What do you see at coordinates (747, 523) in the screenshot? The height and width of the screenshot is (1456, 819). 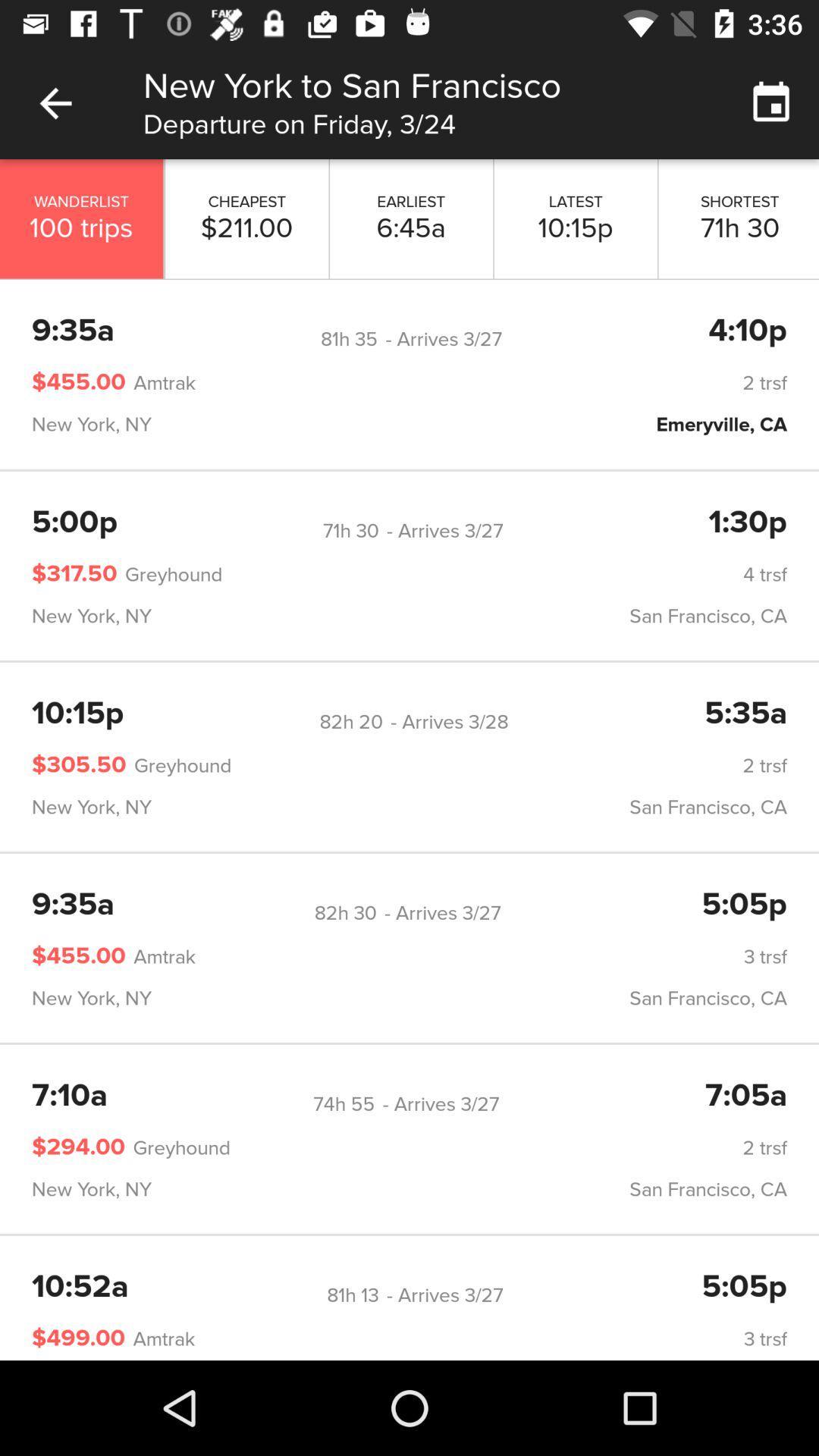 I see `1:30p icon` at bounding box center [747, 523].